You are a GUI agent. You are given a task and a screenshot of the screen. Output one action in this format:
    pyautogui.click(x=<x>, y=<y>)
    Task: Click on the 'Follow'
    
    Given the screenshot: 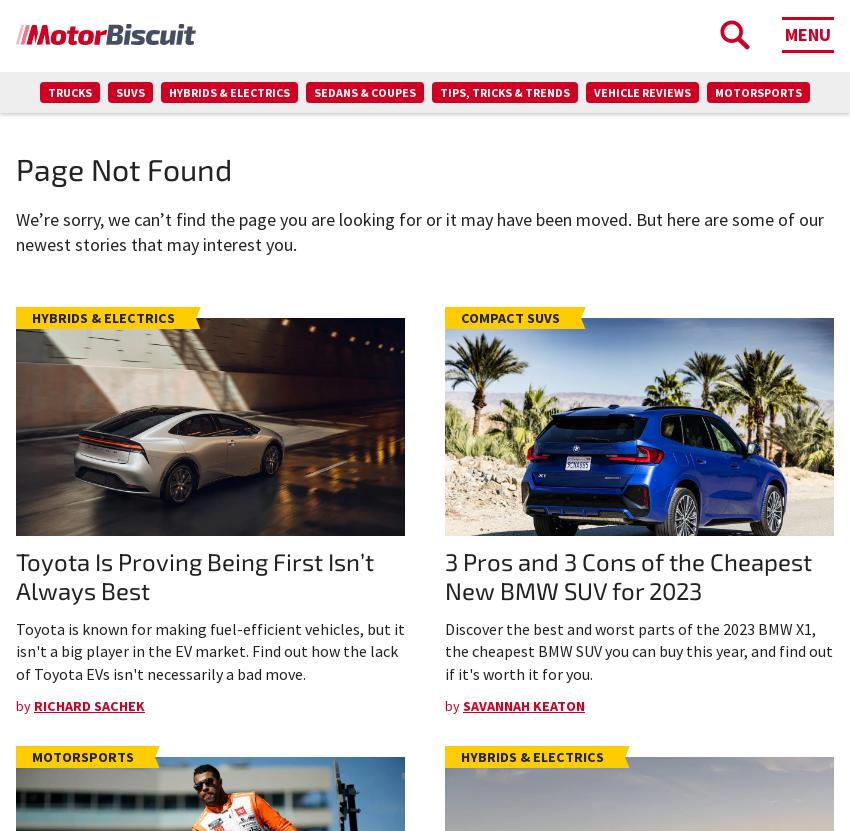 What is the action you would take?
    pyautogui.click(x=546, y=358)
    